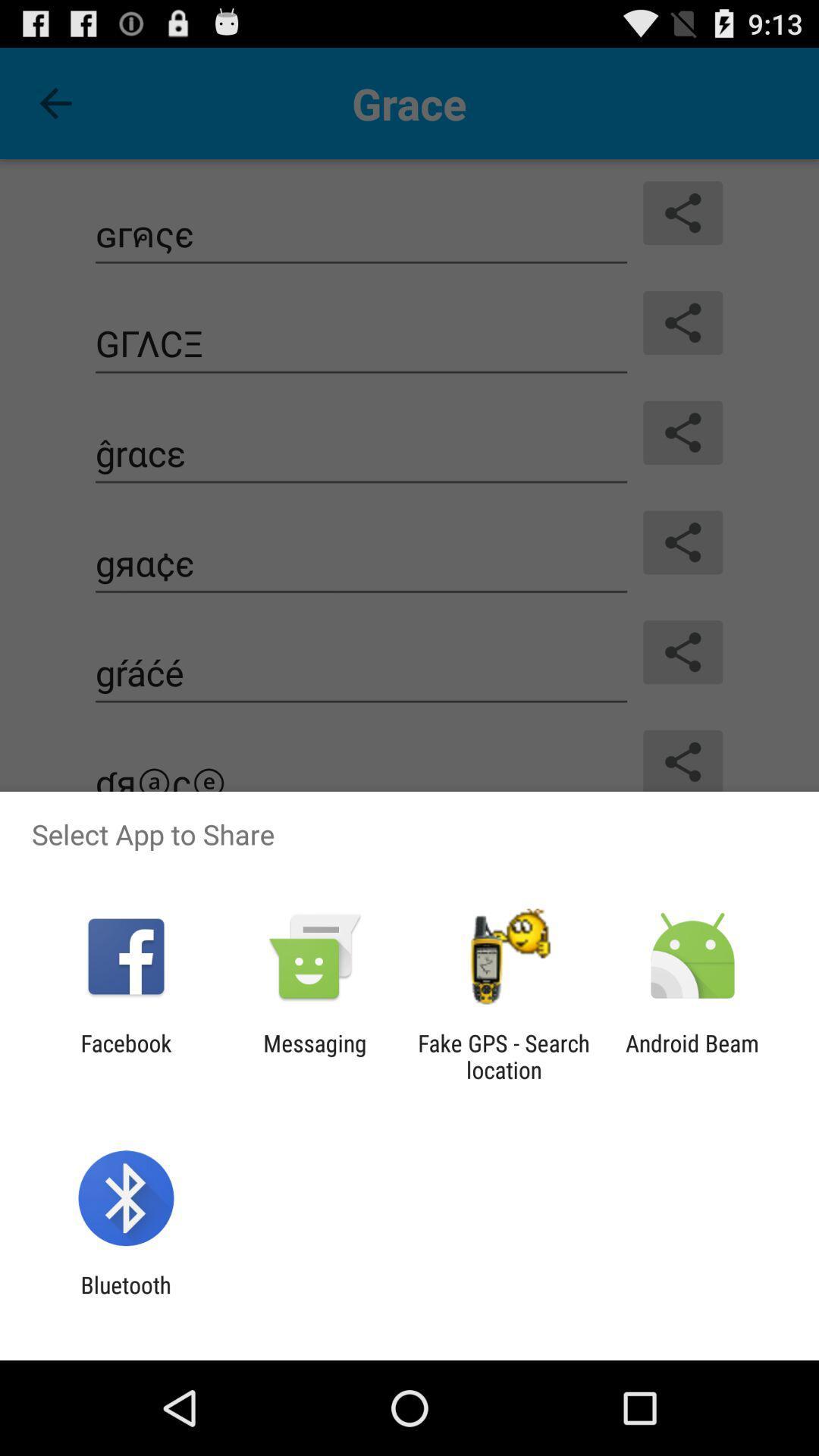 This screenshot has height=1456, width=819. Describe the element at coordinates (314, 1056) in the screenshot. I see `messaging` at that location.